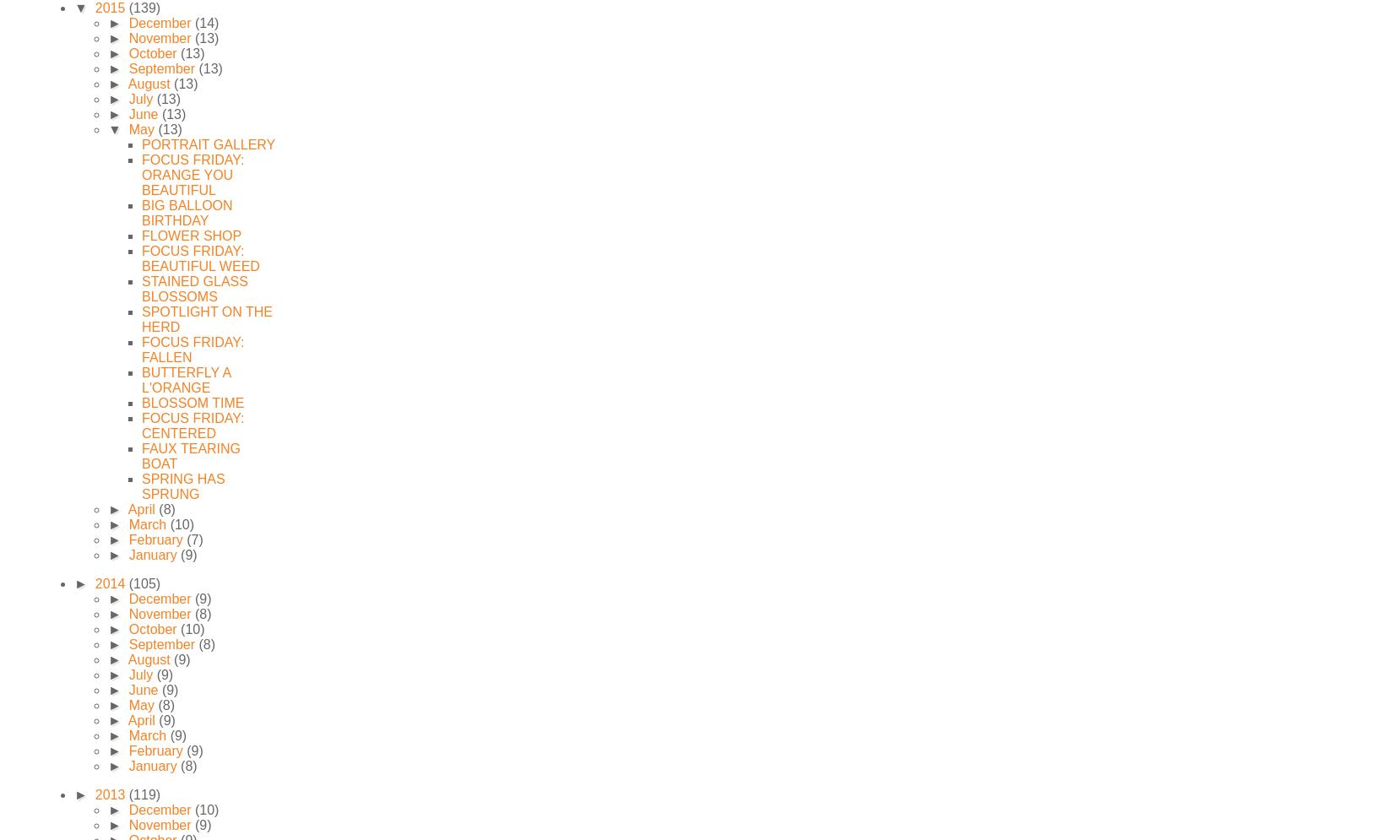 The image size is (1400, 840). What do you see at coordinates (144, 583) in the screenshot?
I see `'(105)'` at bounding box center [144, 583].